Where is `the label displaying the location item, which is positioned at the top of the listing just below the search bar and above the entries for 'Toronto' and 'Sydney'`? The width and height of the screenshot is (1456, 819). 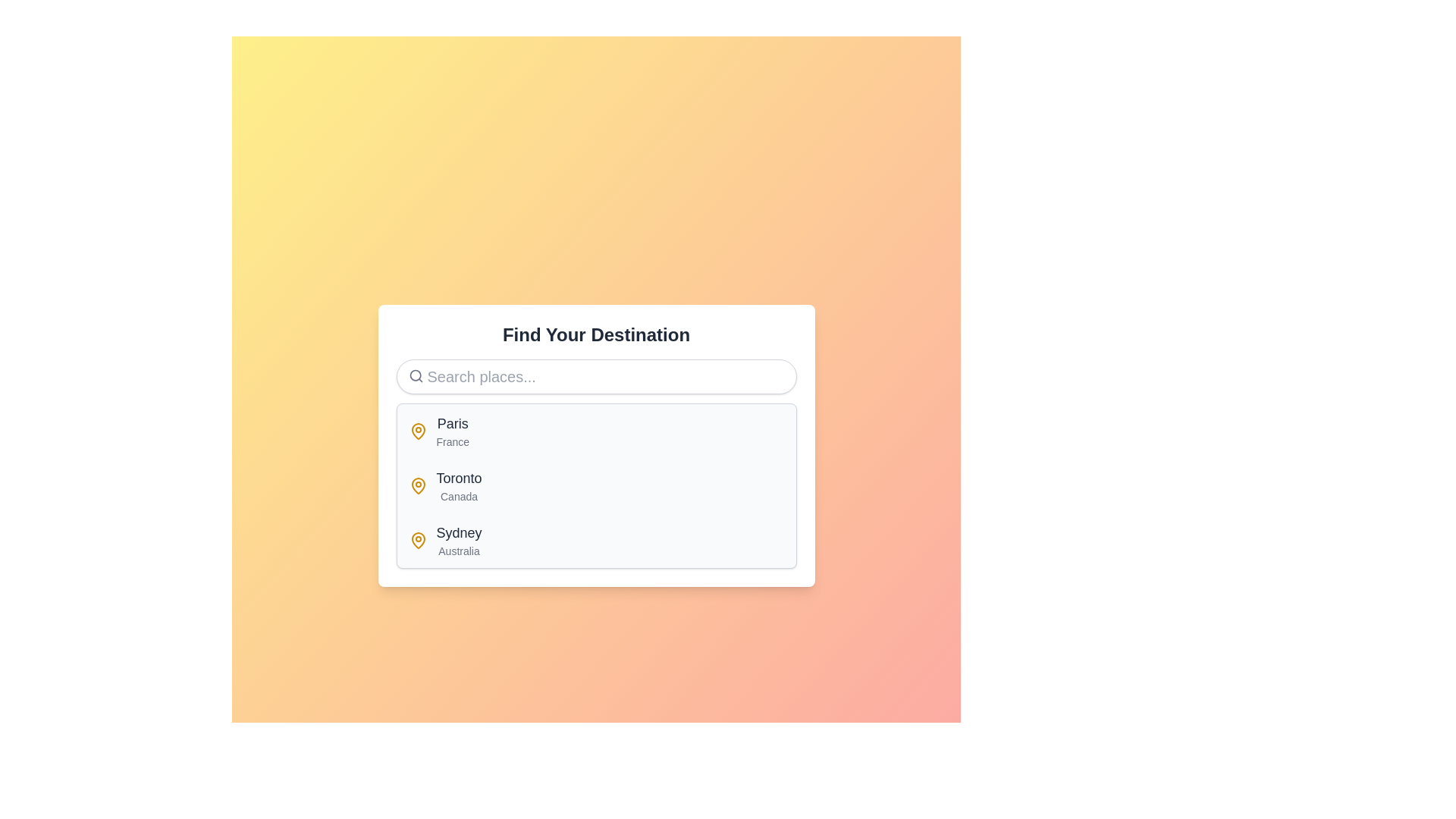 the label displaying the location item, which is positioned at the top of the listing just below the search bar and above the entries for 'Toronto' and 'Sydney' is located at coordinates (451, 431).